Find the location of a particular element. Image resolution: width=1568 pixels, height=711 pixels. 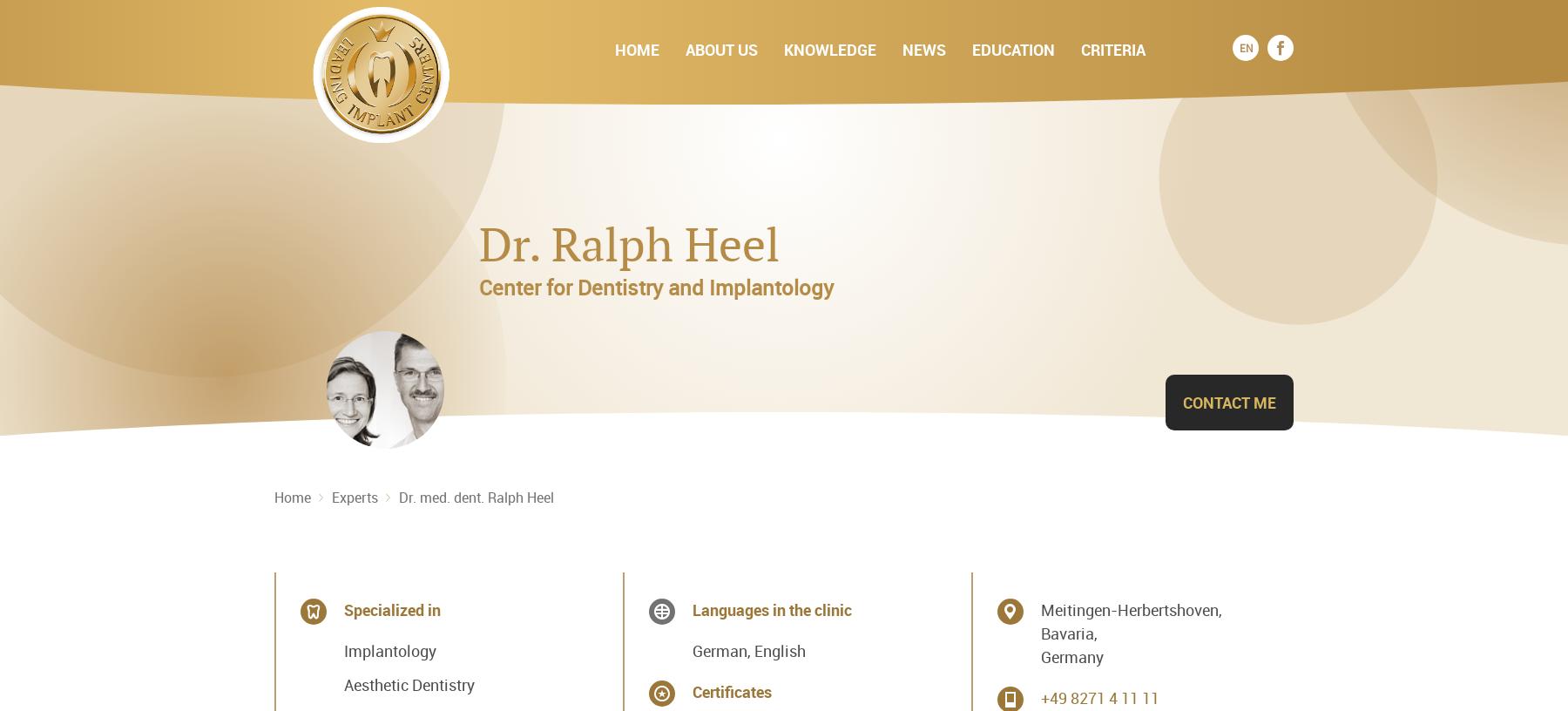

'Germany' is located at coordinates (1070, 656).